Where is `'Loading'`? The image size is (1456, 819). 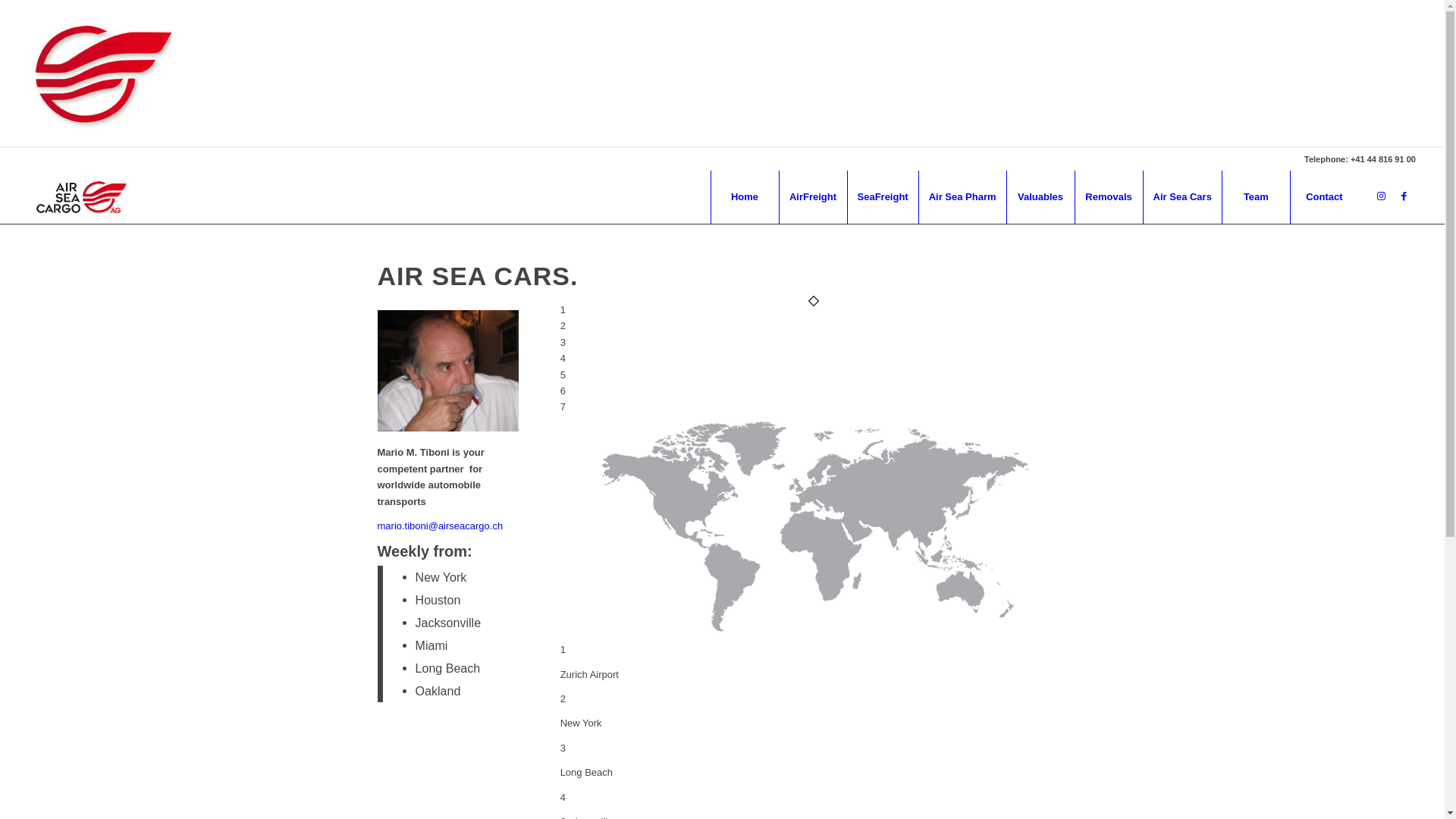
'Loading' is located at coordinates (85, 71).